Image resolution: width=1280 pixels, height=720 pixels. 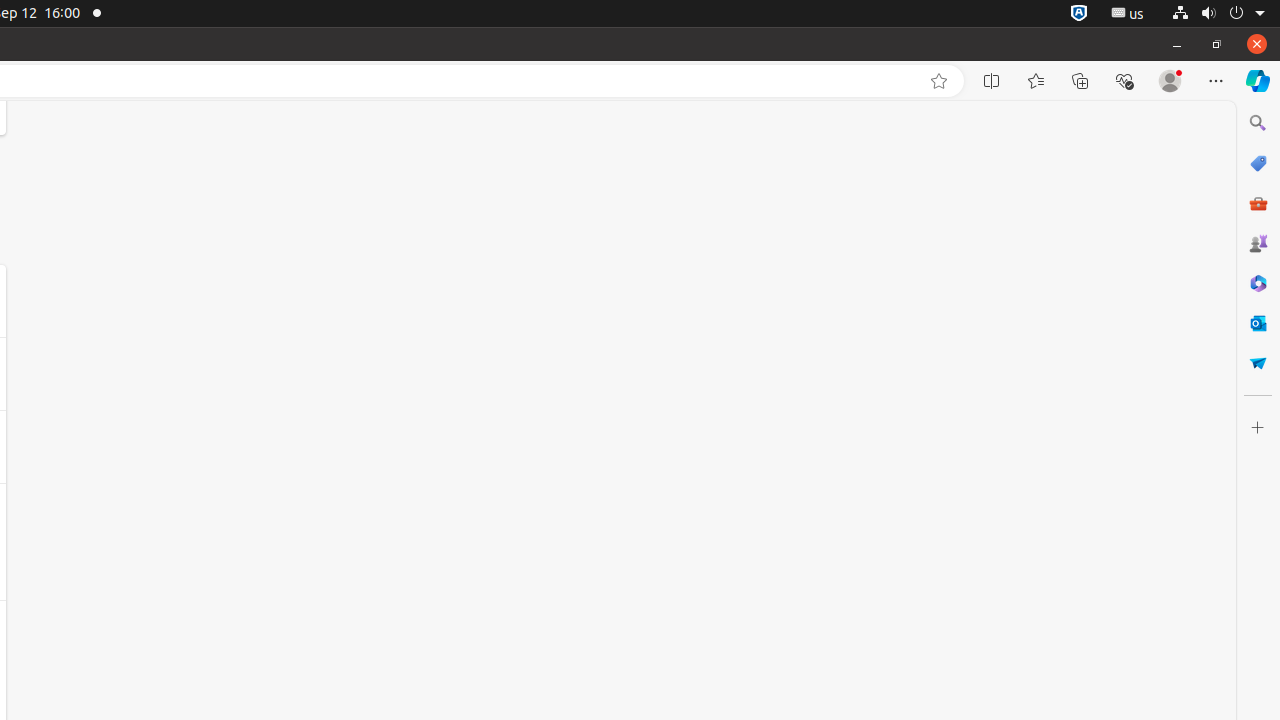 What do you see at coordinates (1256, 363) in the screenshot?
I see `'Drop'` at bounding box center [1256, 363].